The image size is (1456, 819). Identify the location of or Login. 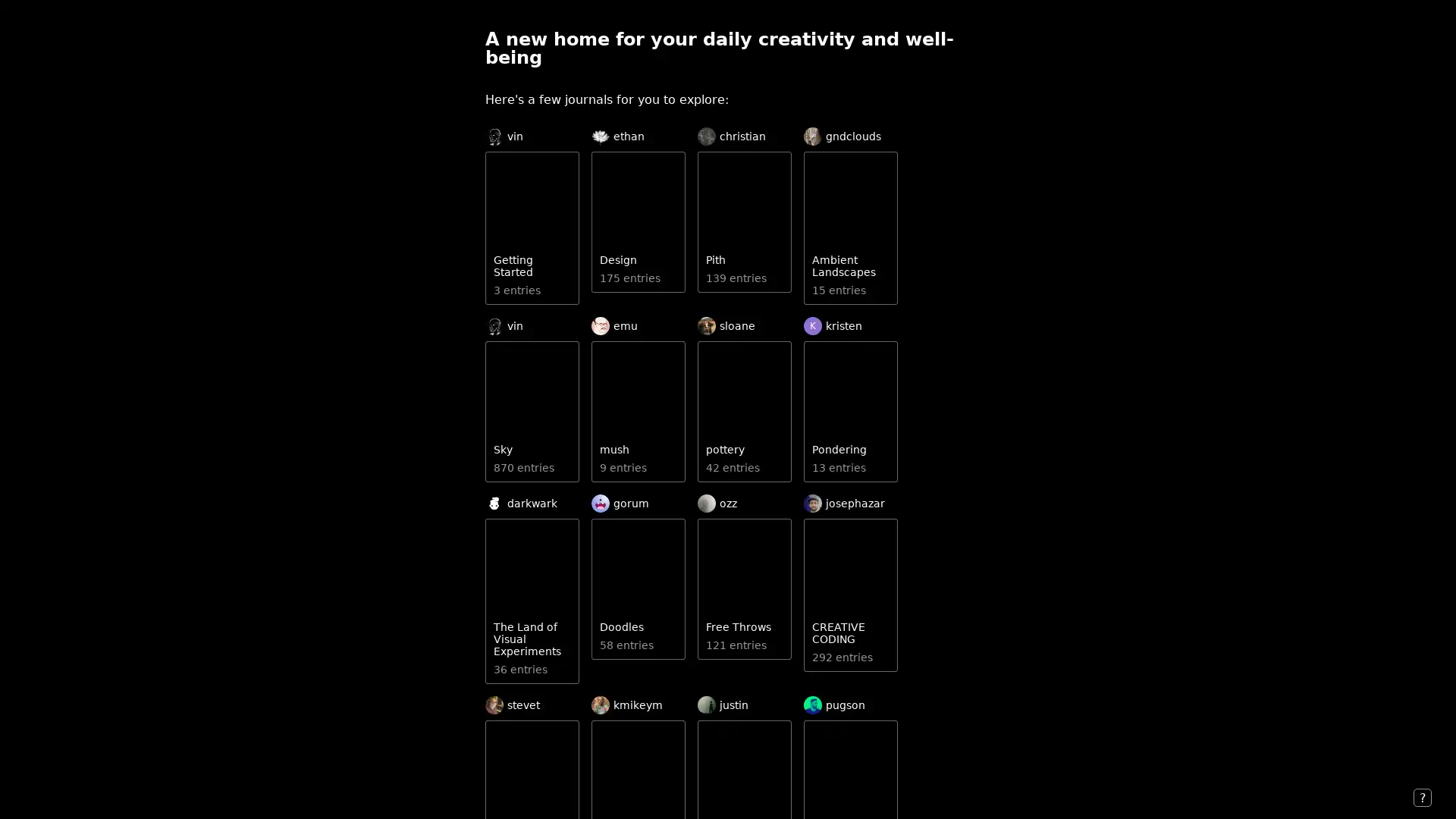
(220, 789).